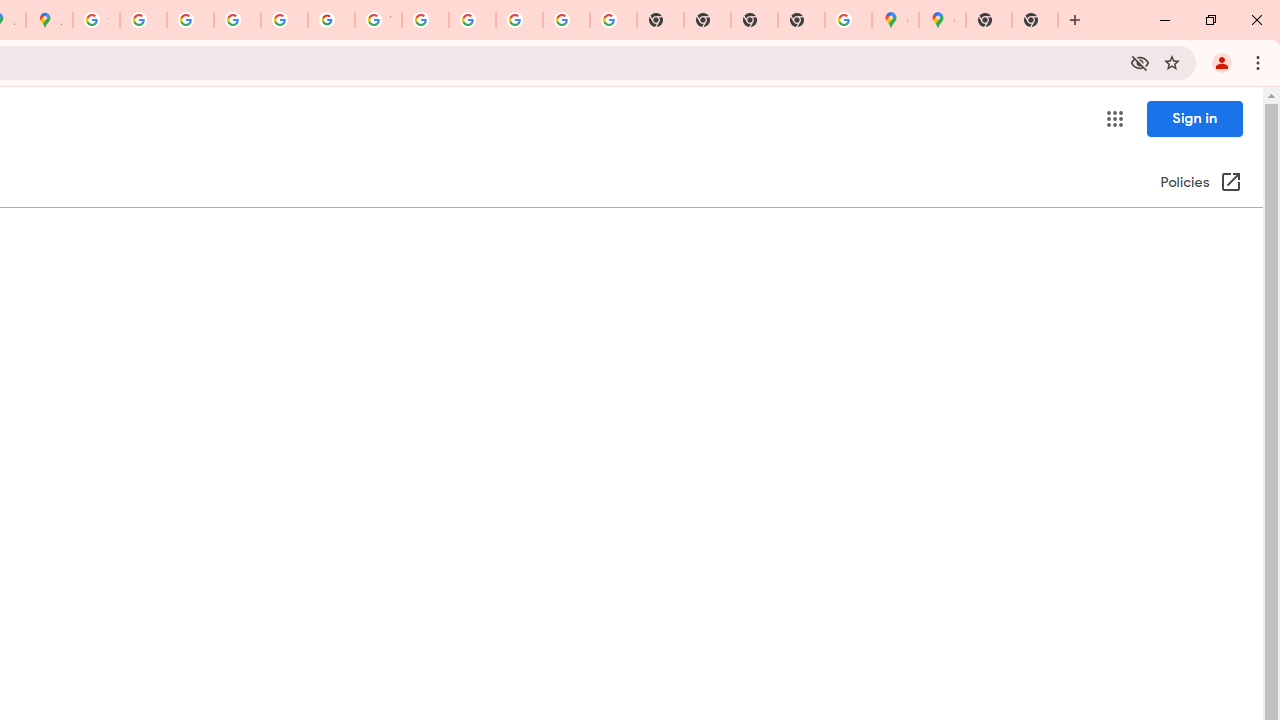 The width and height of the screenshot is (1280, 720). Describe the element at coordinates (1035, 20) in the screenshot. I see `'New Tab'` at that location.